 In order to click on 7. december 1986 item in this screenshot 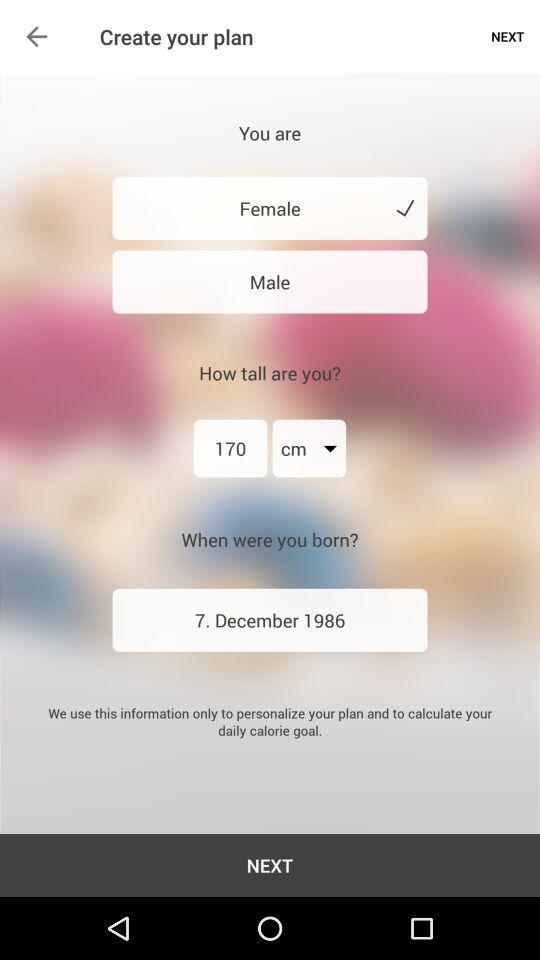, I will do `click(270, 619)`.